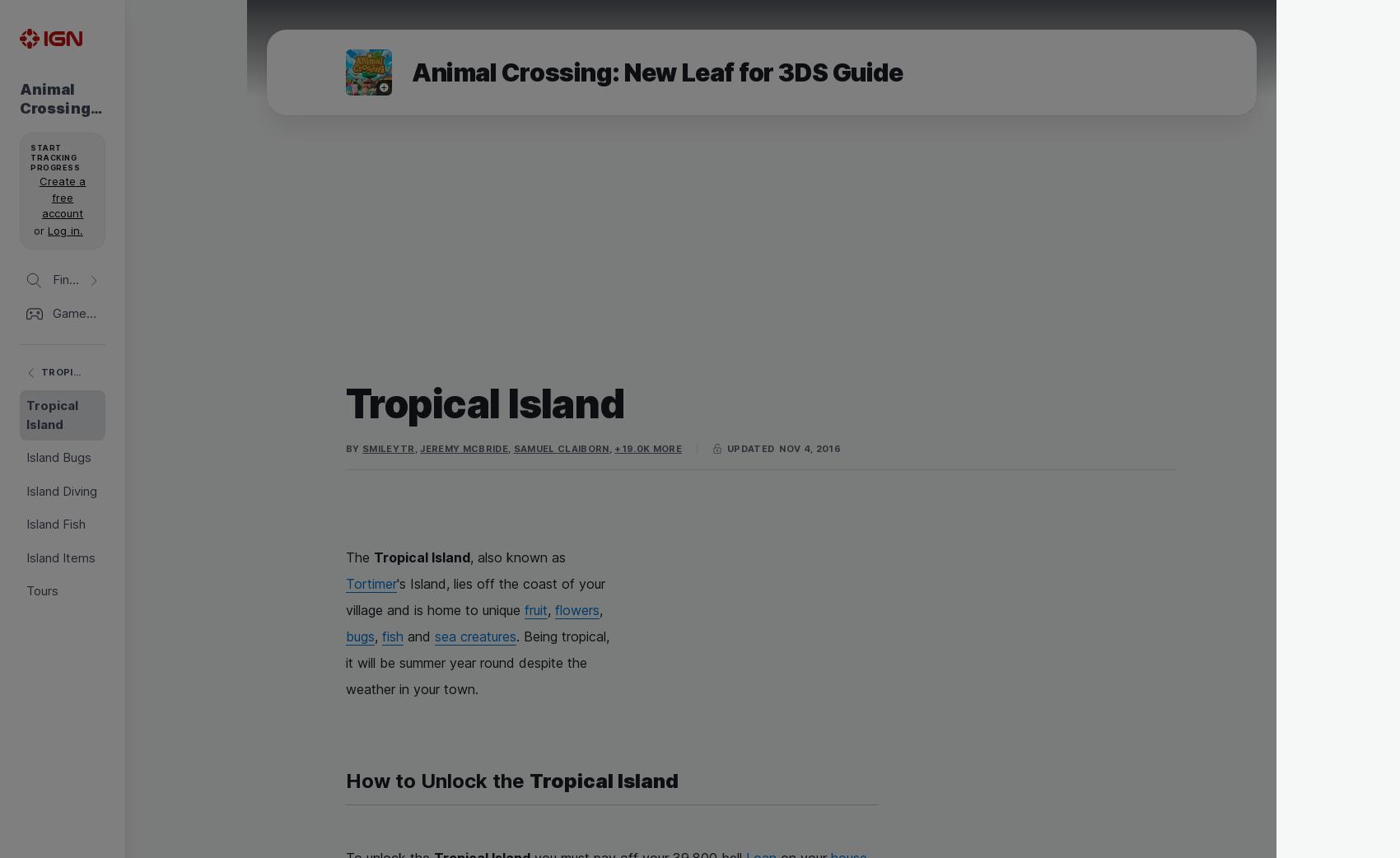 The image size is (1400, 858). What do you see at coordinates (82, 244) in the screenshot?
I see `'Game Info'` at bounding box center [82, 244].